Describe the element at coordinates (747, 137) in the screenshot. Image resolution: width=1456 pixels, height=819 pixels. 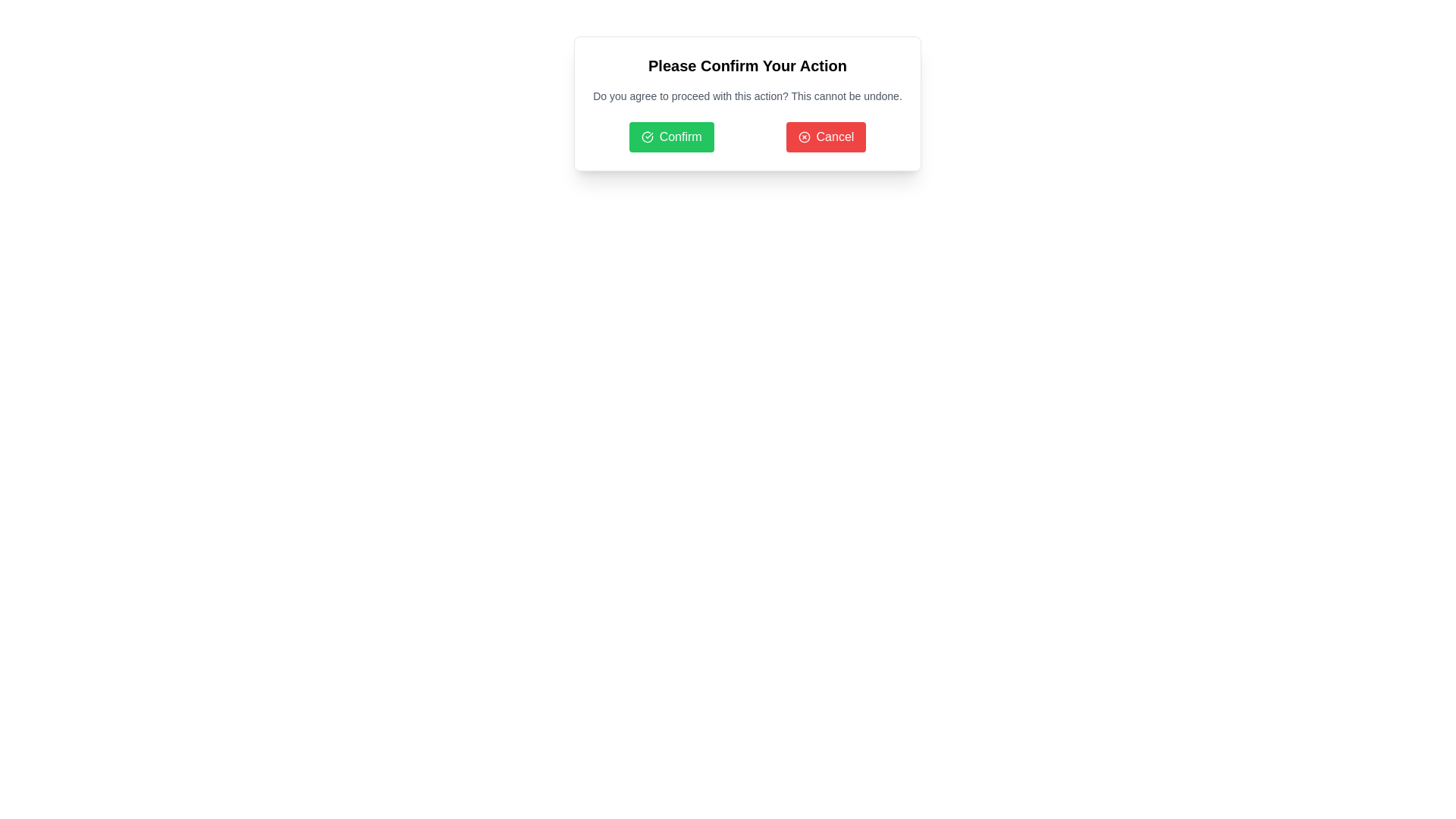
I see `the 'Cancel' button in the Button Group to abort the user's action in the dialog box` at that location.